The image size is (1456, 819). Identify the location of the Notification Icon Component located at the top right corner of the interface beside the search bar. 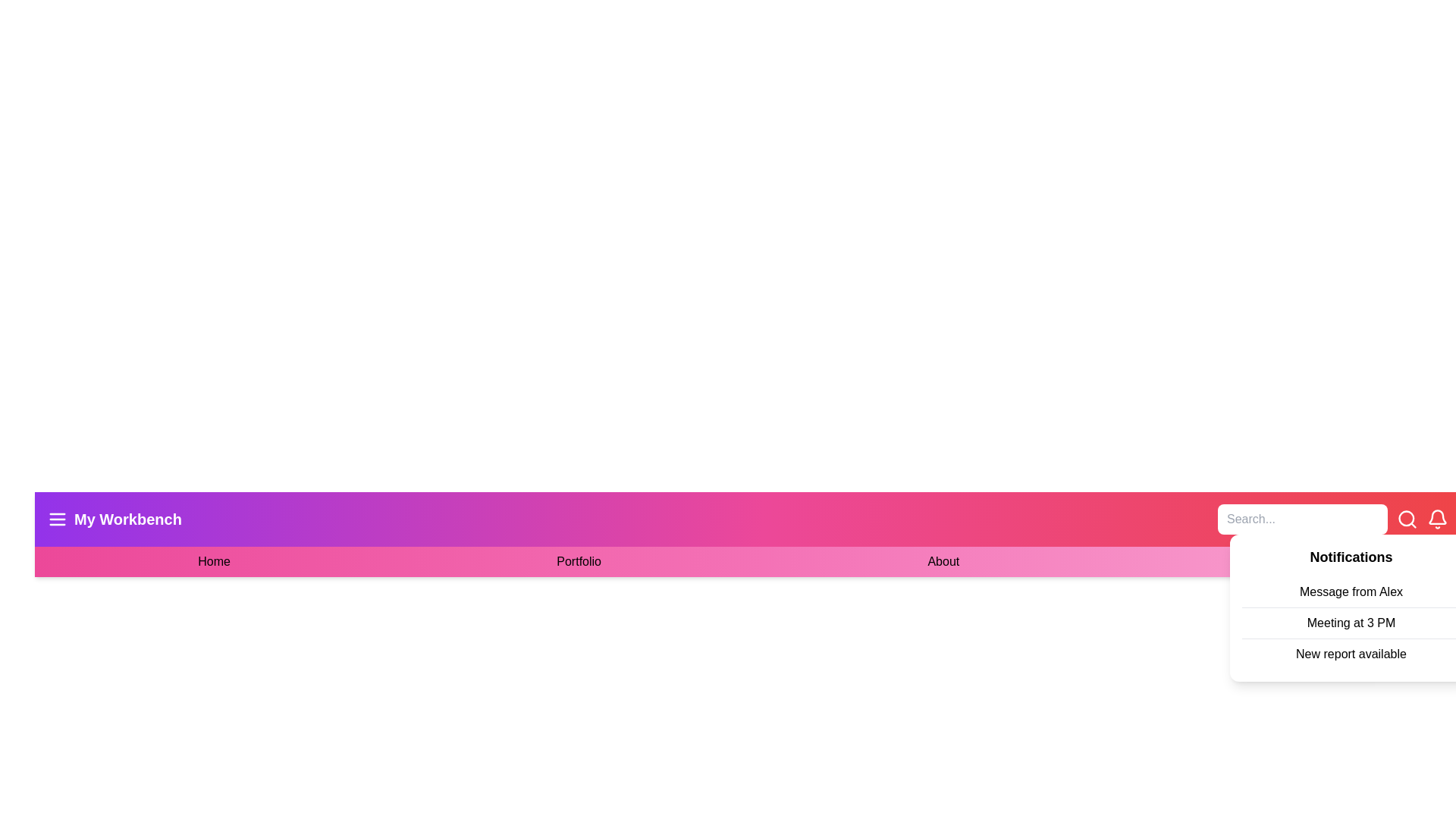
(1437, 516).